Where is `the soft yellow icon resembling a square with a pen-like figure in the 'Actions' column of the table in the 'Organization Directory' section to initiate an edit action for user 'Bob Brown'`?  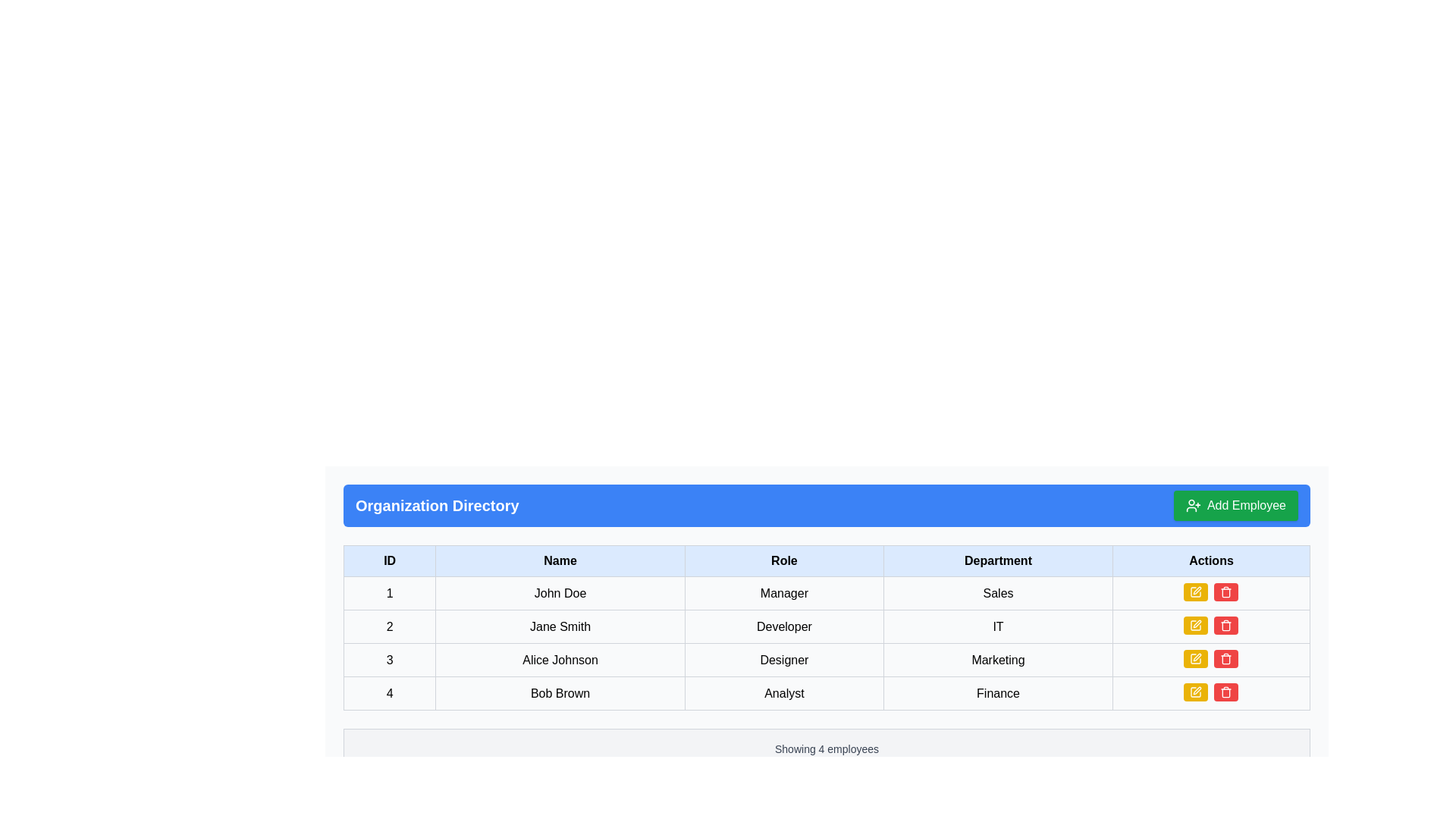 the soft yellow icon resembling a square with a pen-like figure in the 'Actions' column of the table in the 'Organization Directory' section to initiate an edit action for user 'Bob Brown' is located at coordinates (1195, 692).